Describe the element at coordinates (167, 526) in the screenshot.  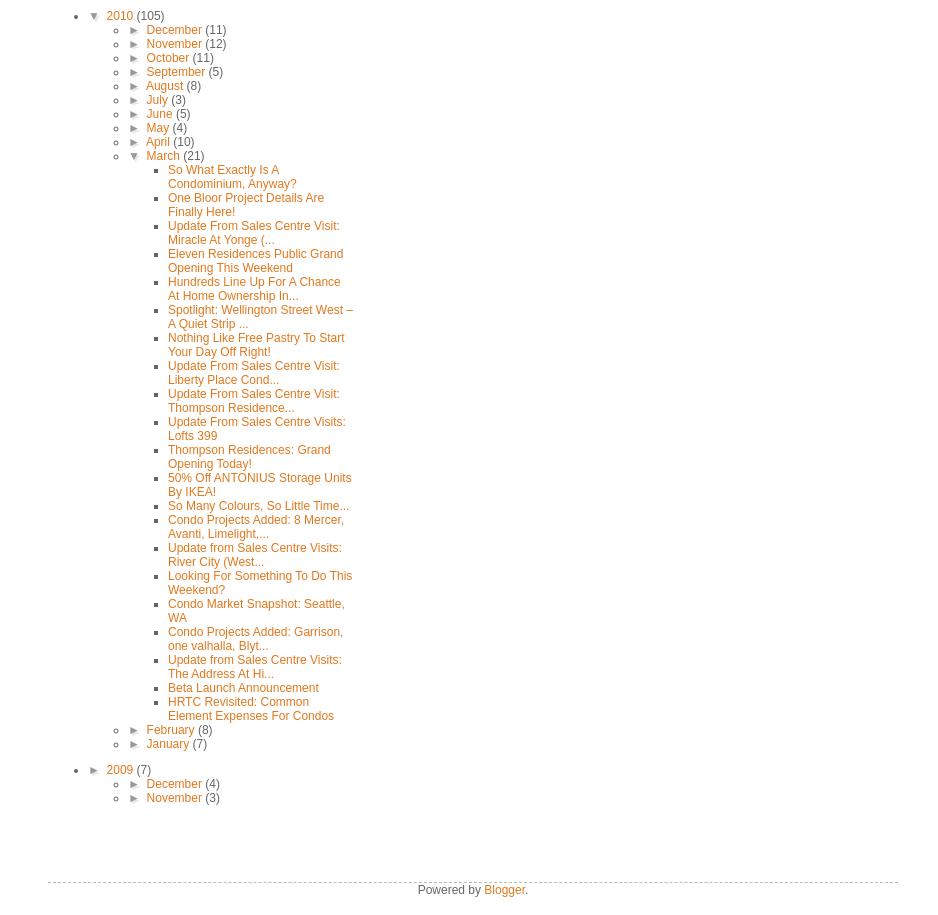
I see `'Condo Projects Added: 8 Mercer, Avanti, Limelight,...'` at that location.